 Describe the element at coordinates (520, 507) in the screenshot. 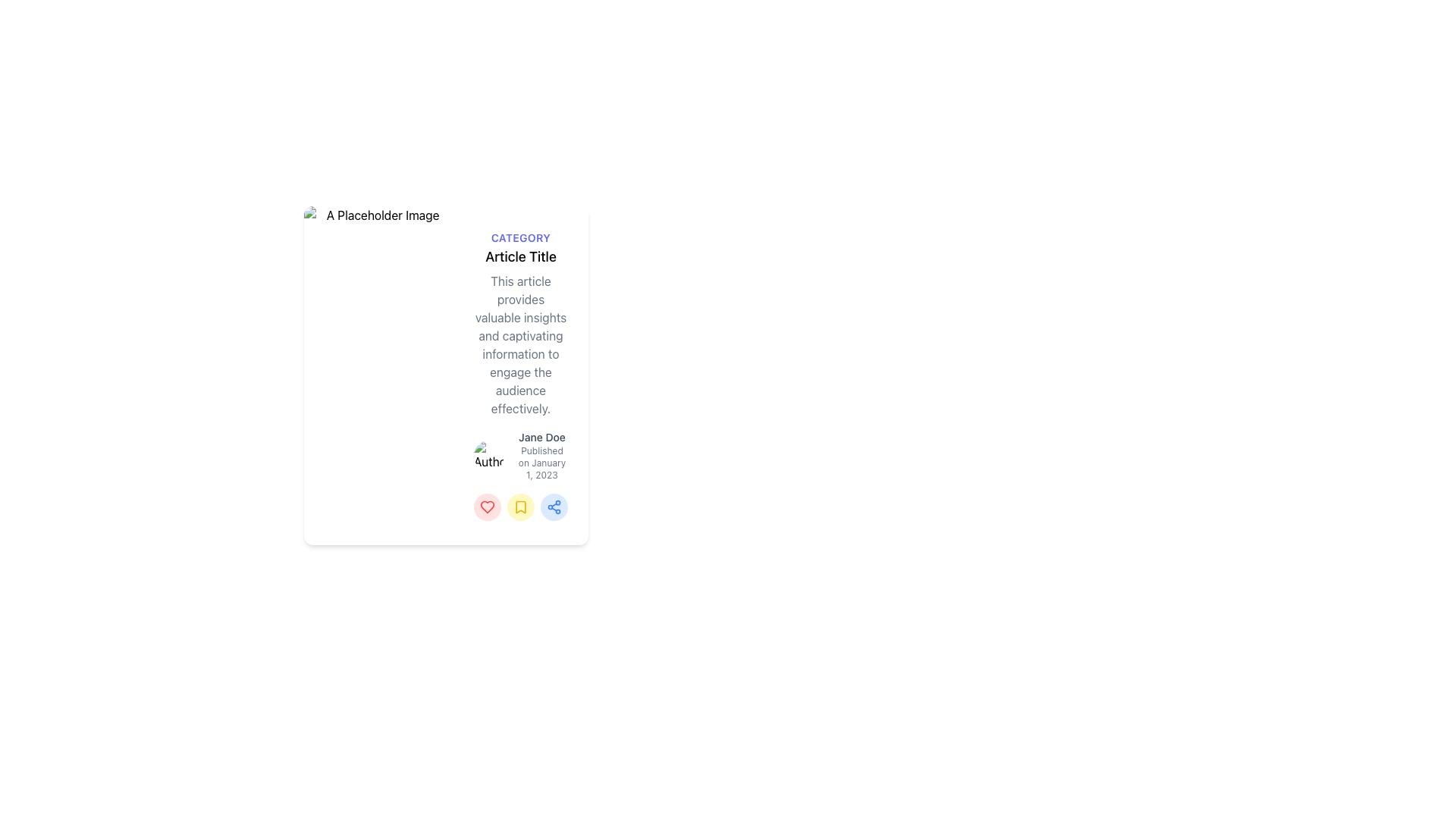

I see `the bookmark icon button located in the bottom row of icons, positioned between the heart-shaped icon and the circular share icon` at that location.